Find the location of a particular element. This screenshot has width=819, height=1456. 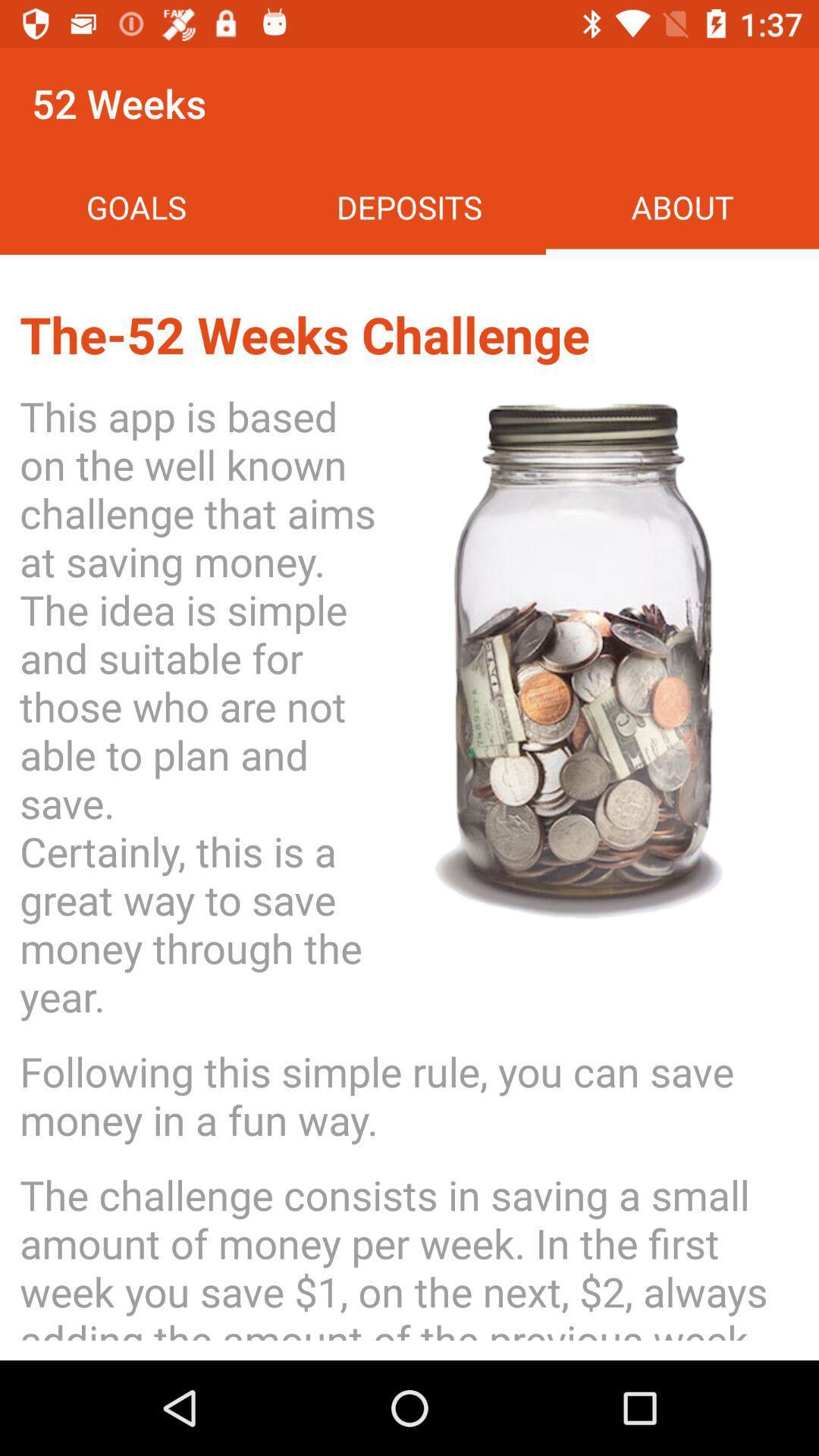

the app below the 52 weeks item is located at coordinates (136, 206).